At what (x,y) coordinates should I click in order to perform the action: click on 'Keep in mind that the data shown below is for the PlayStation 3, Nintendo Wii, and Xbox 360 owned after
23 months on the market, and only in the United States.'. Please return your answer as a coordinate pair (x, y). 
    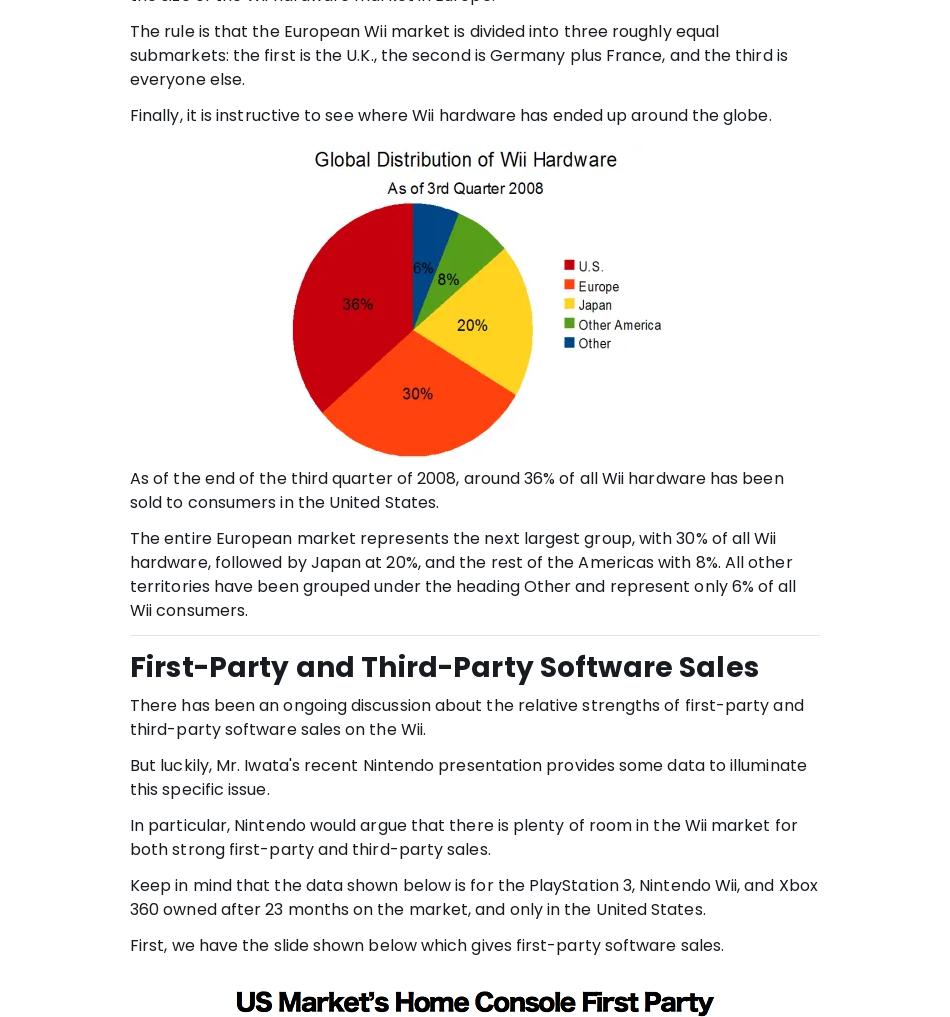
    Looking at the image, I should click on (472, 896).